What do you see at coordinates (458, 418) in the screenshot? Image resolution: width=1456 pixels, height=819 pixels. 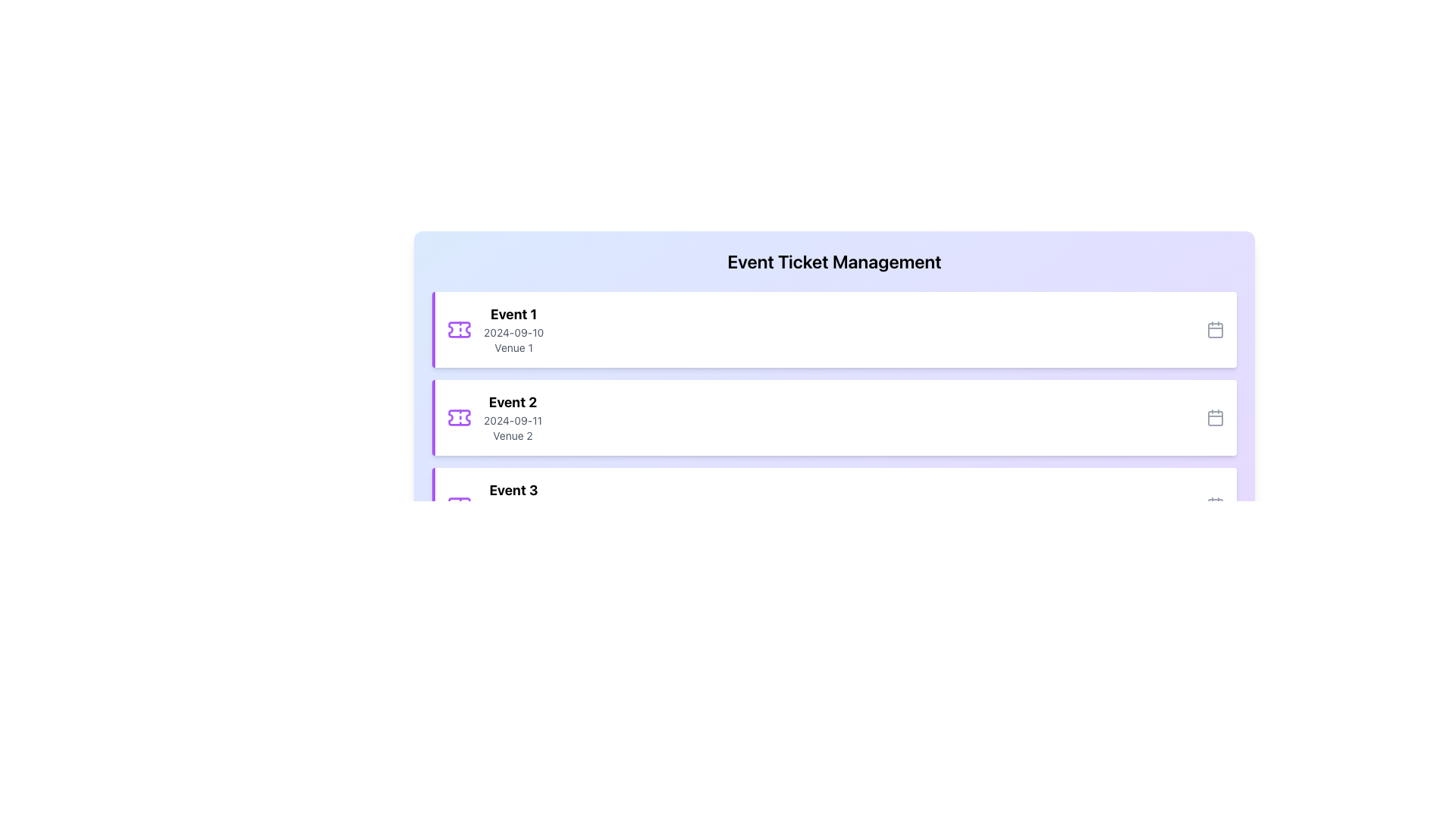 I see `the event ticket icon located to the left of the 'Event 2' text` at bounding box center [458, 418].